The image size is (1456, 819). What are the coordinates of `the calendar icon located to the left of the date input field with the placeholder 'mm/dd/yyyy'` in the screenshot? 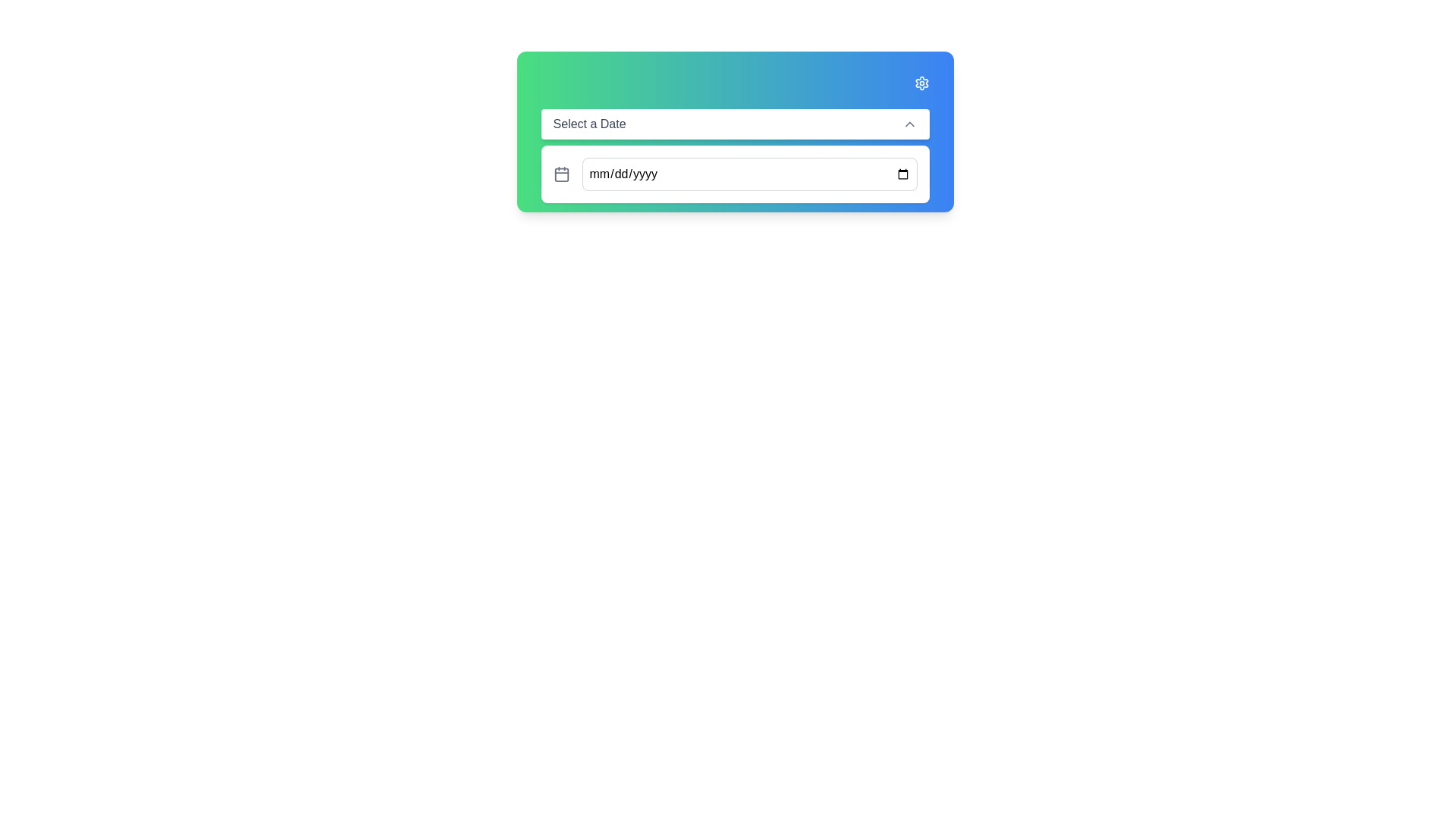 It's located at (560, 174).